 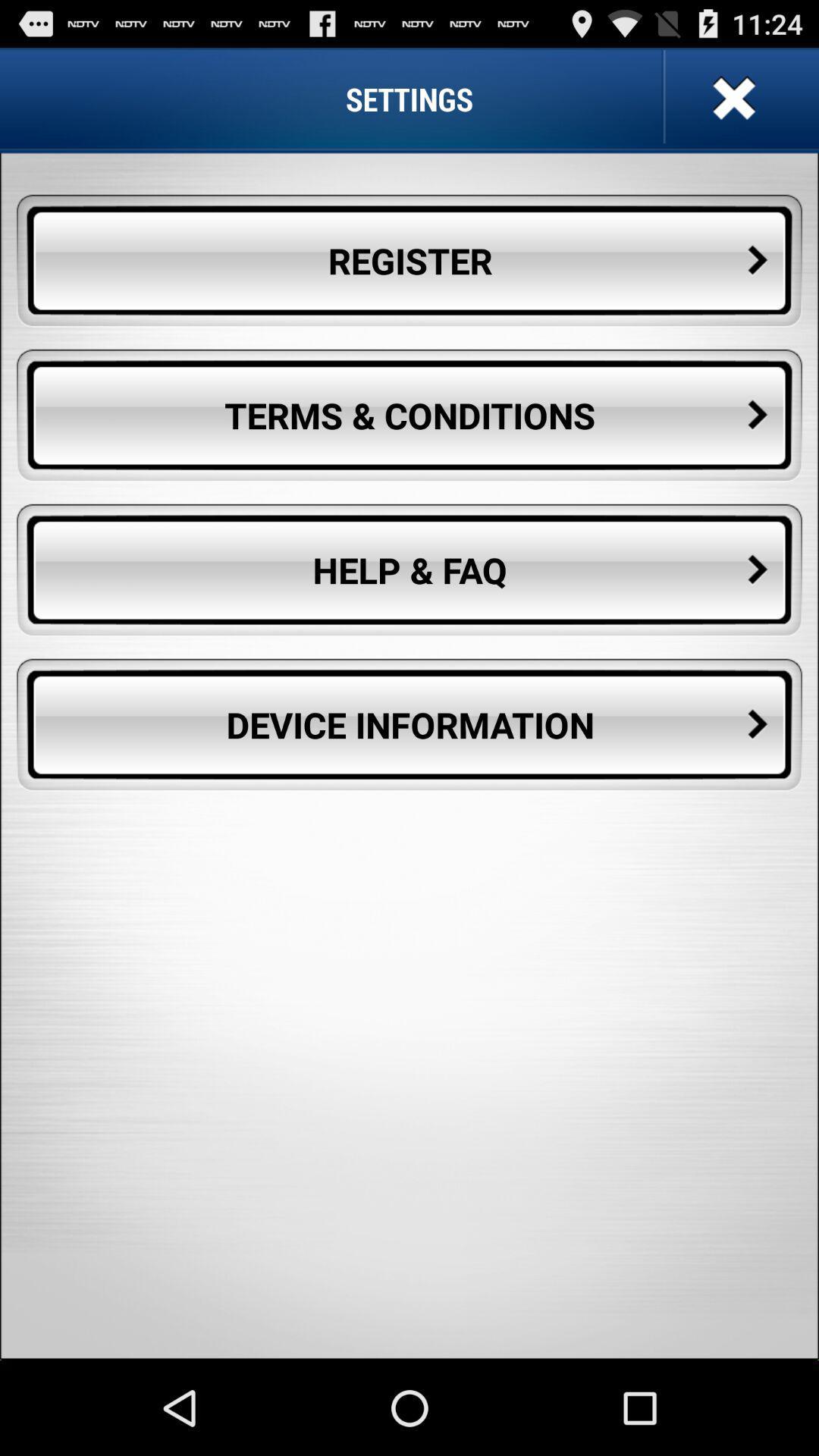 I want to click on register, so click(x=409, y=261).